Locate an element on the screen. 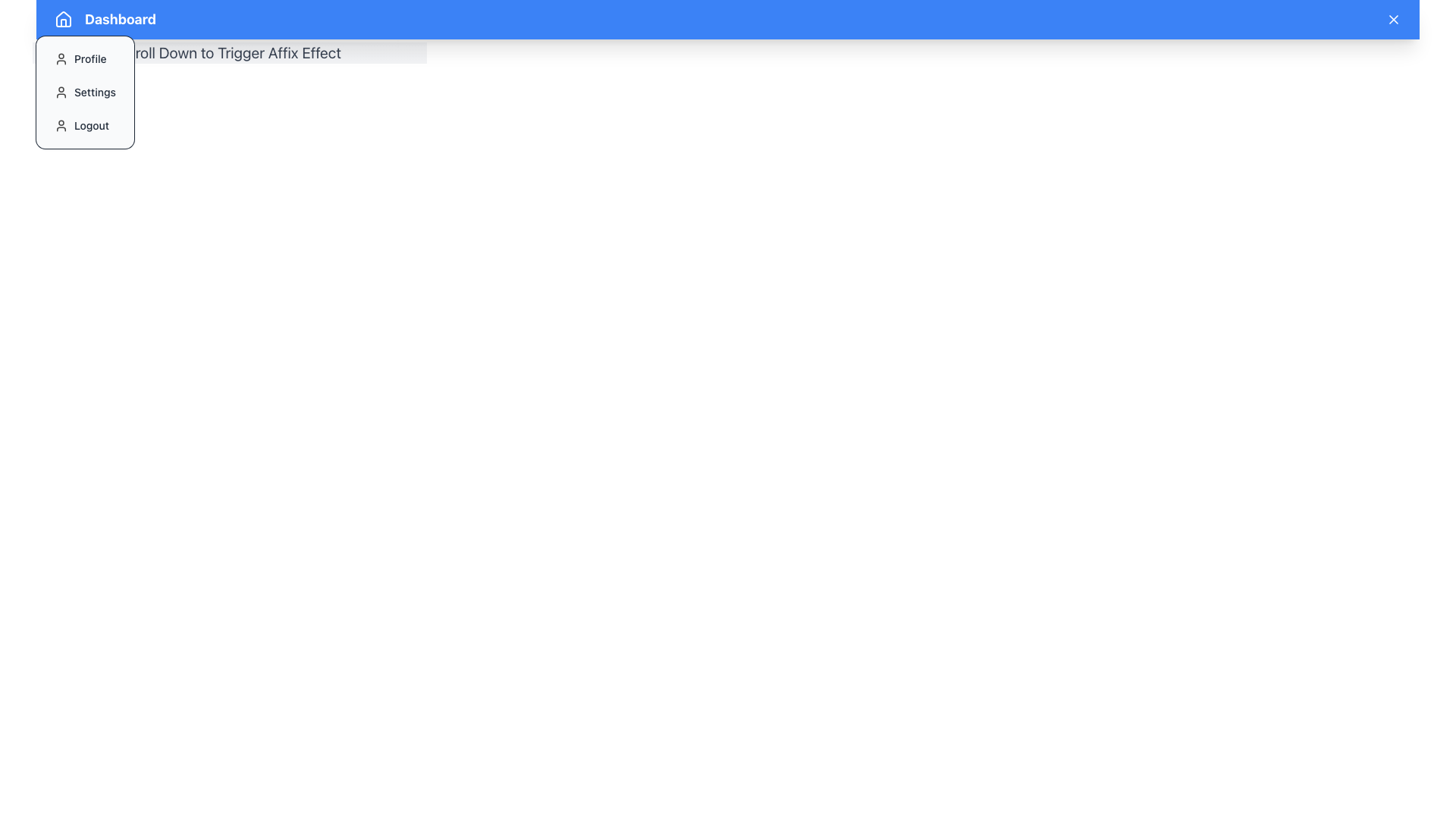 The image size is (1456, 819). the first text label in the dropdown menu under 'Profile' is located at coordinates (89, 58).